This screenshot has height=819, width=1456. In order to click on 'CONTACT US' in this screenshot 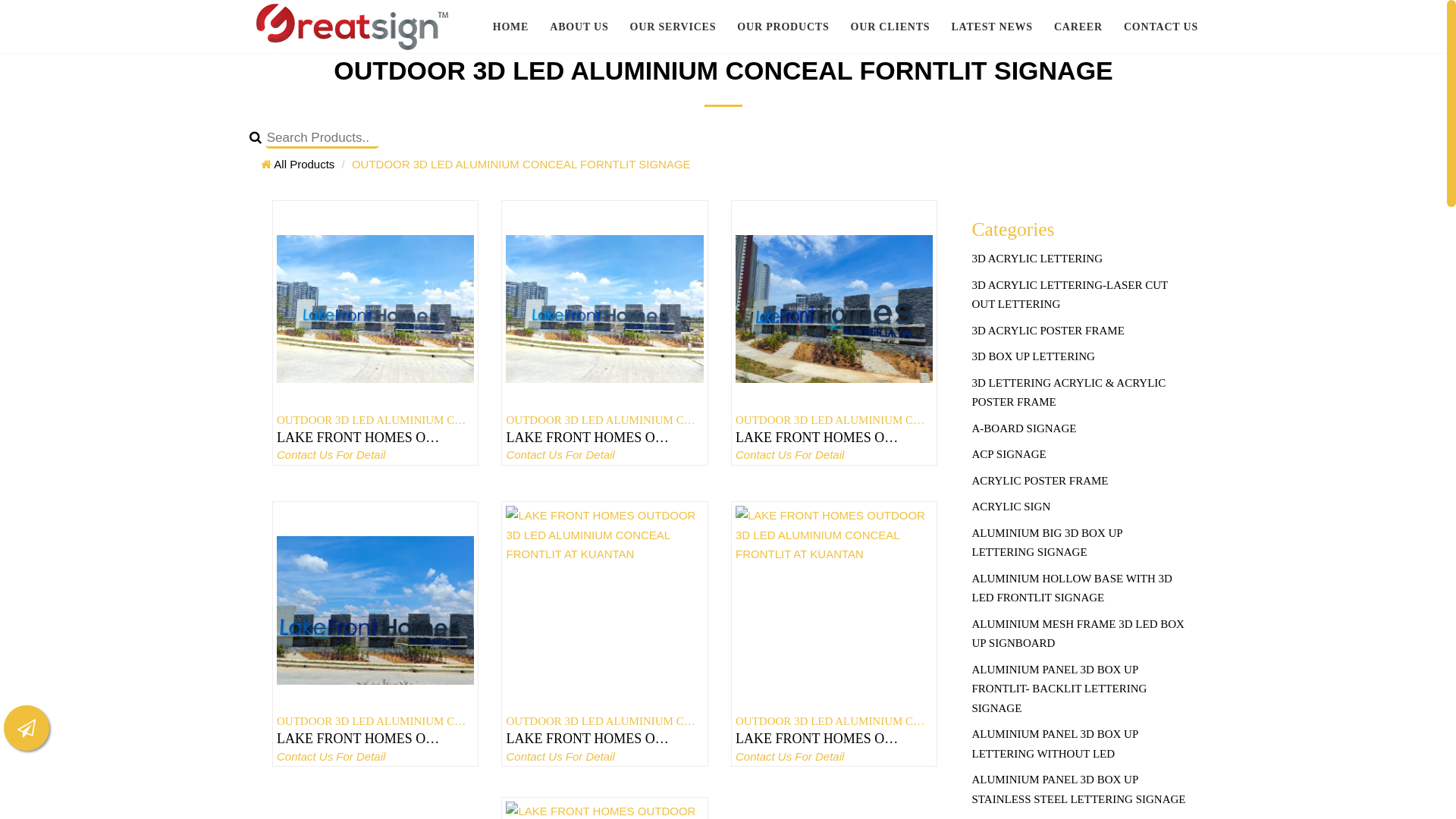, I will do `click(1113, 27)`.